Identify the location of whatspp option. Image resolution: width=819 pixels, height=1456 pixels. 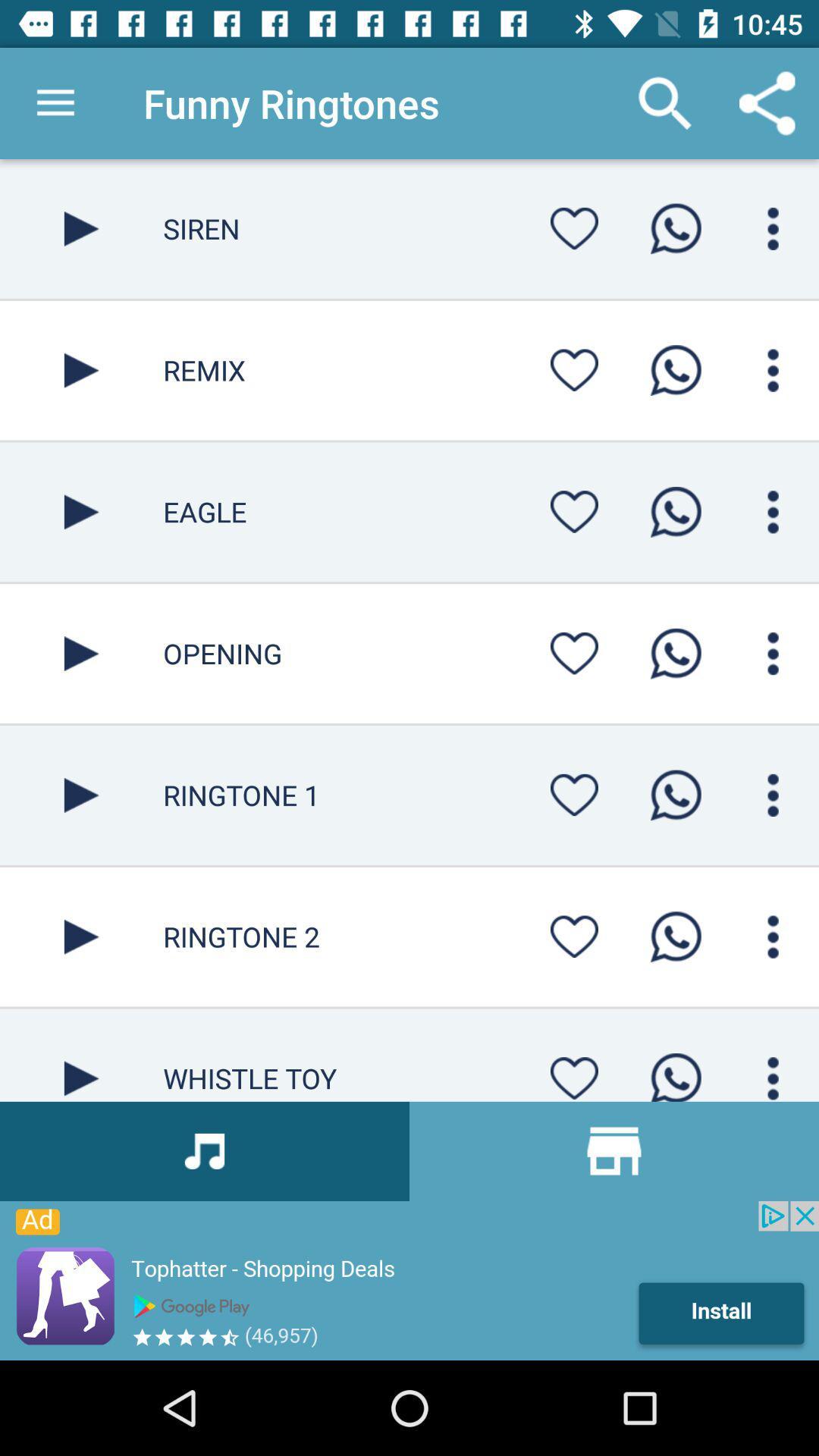
(675, 1072).